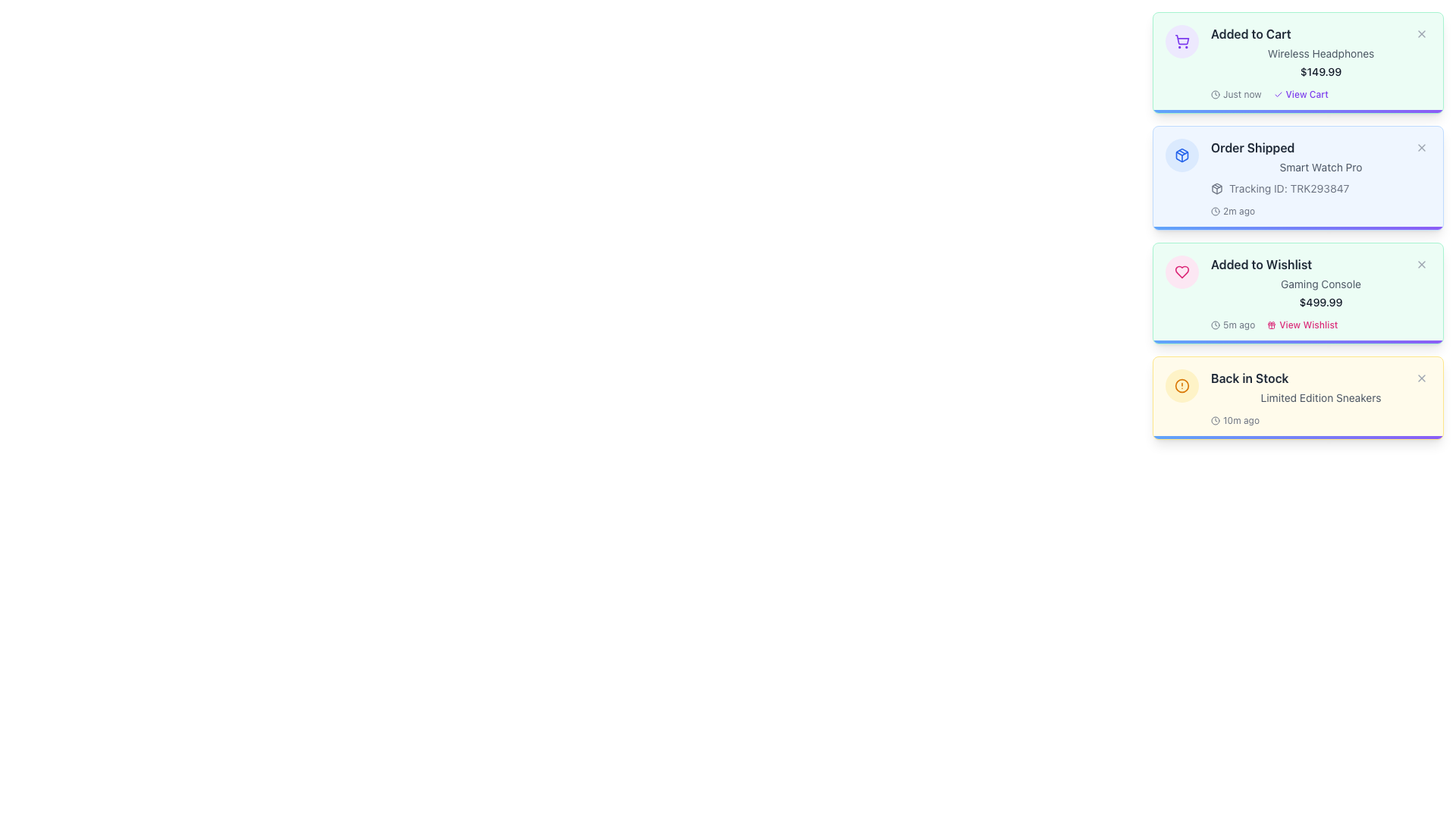 The height and width of the screenshot is (819, 1456). I want to click on the close button with an SVG icon located in the top-right corner of the 'Back in Stock' notification card, so click(1421, 377).